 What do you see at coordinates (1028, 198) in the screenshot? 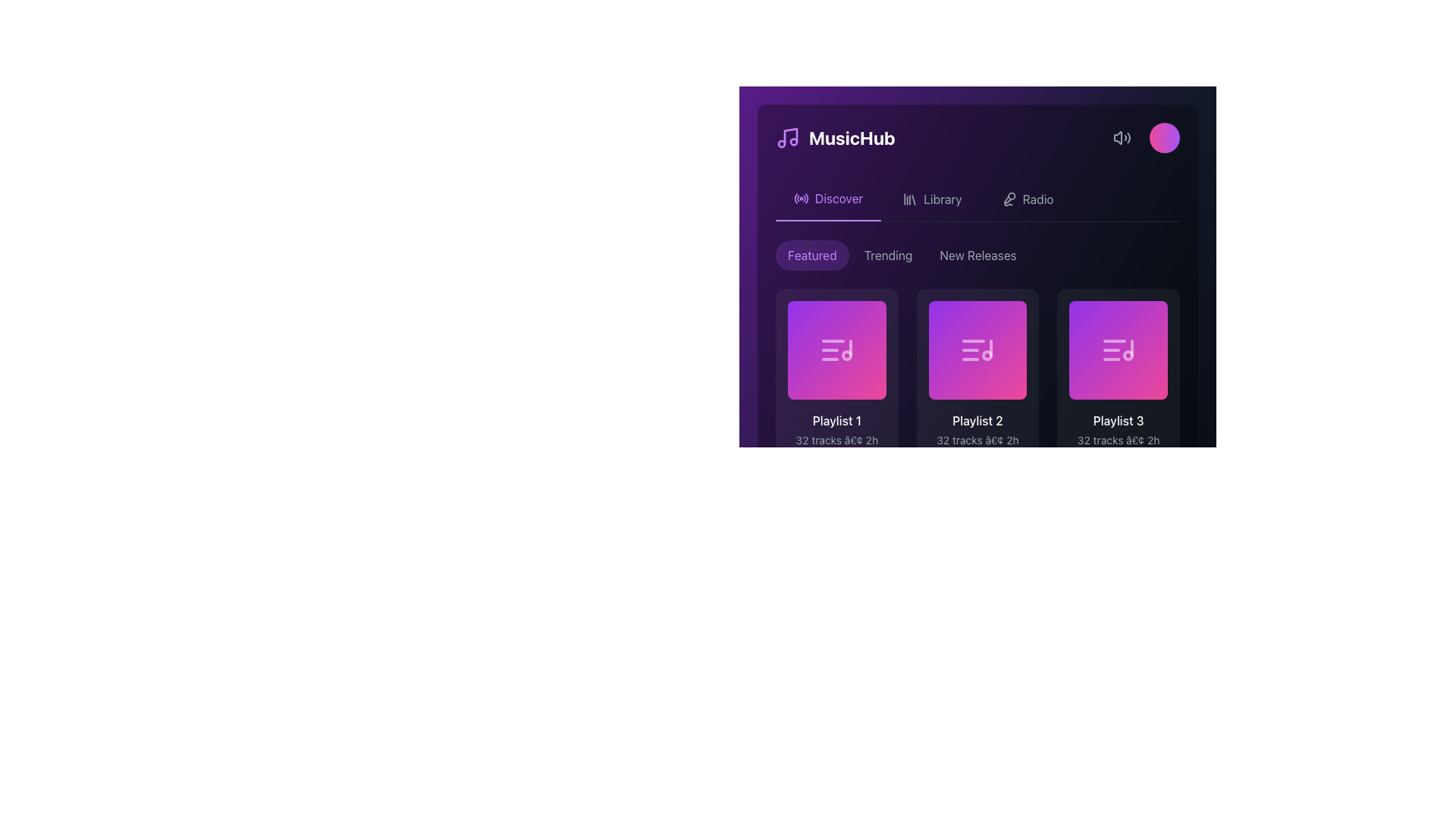
I see `the 'Radio' interactive navigation tab, which features gray text on a dark background and is the third option in the horizontal navigation menu` at bounding box center [1028, 198].